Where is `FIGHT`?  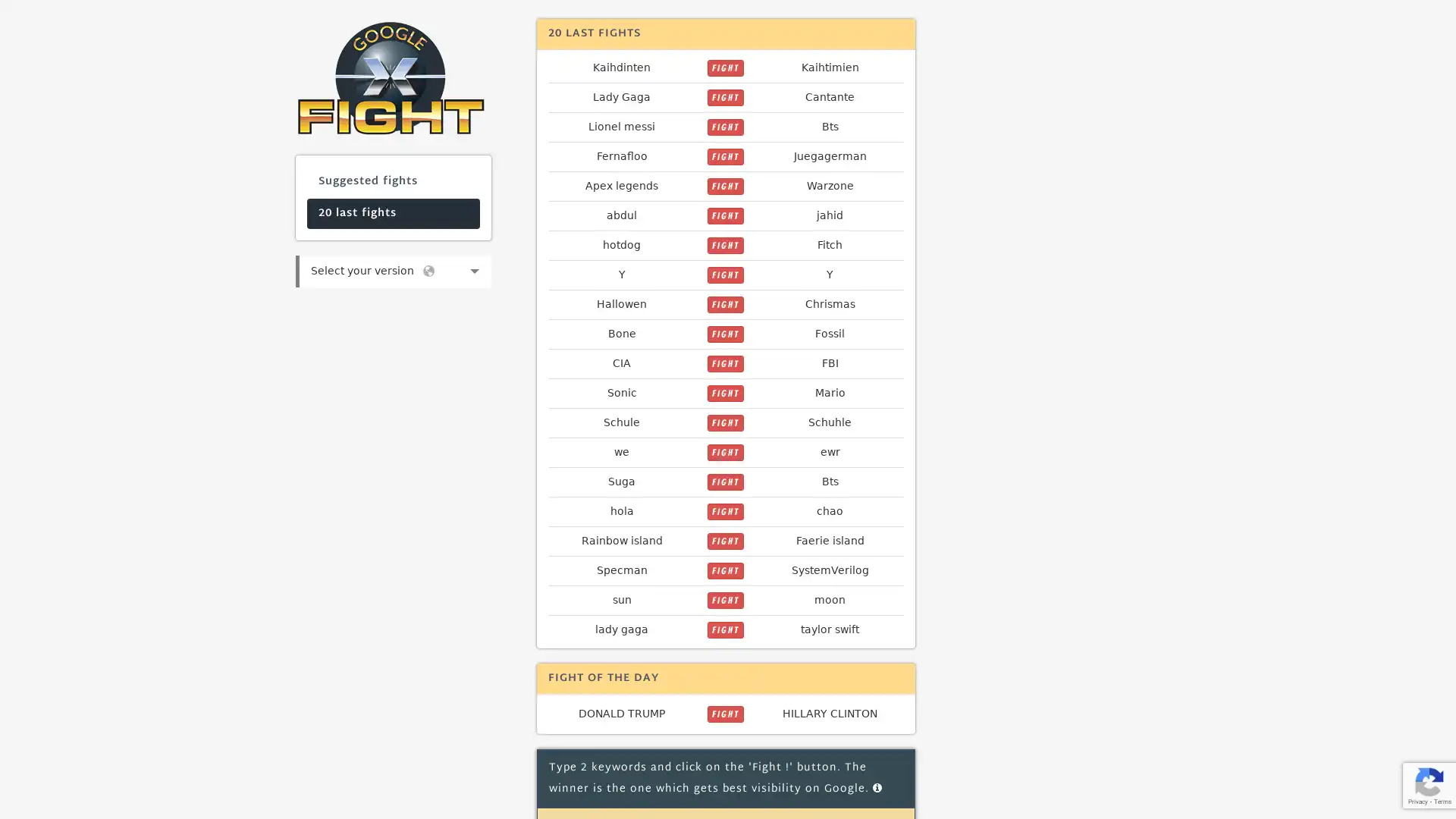 FIGHT is located at coordinates (724, 482).